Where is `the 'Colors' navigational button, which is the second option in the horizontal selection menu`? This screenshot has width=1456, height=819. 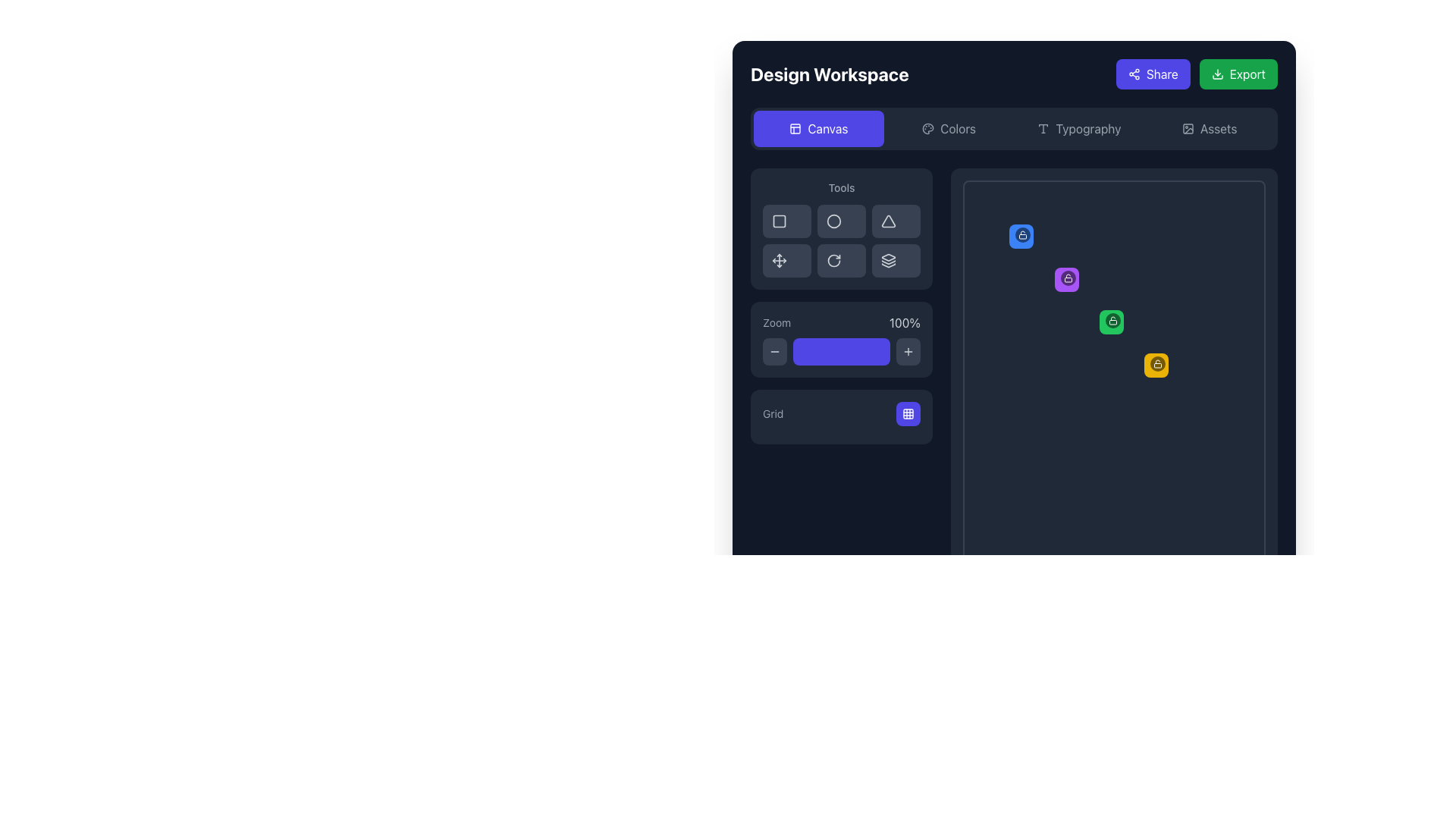 the 'Colors' navigational button, which is the second option in the horizontal selection menu is located at coordinates (948, 127).